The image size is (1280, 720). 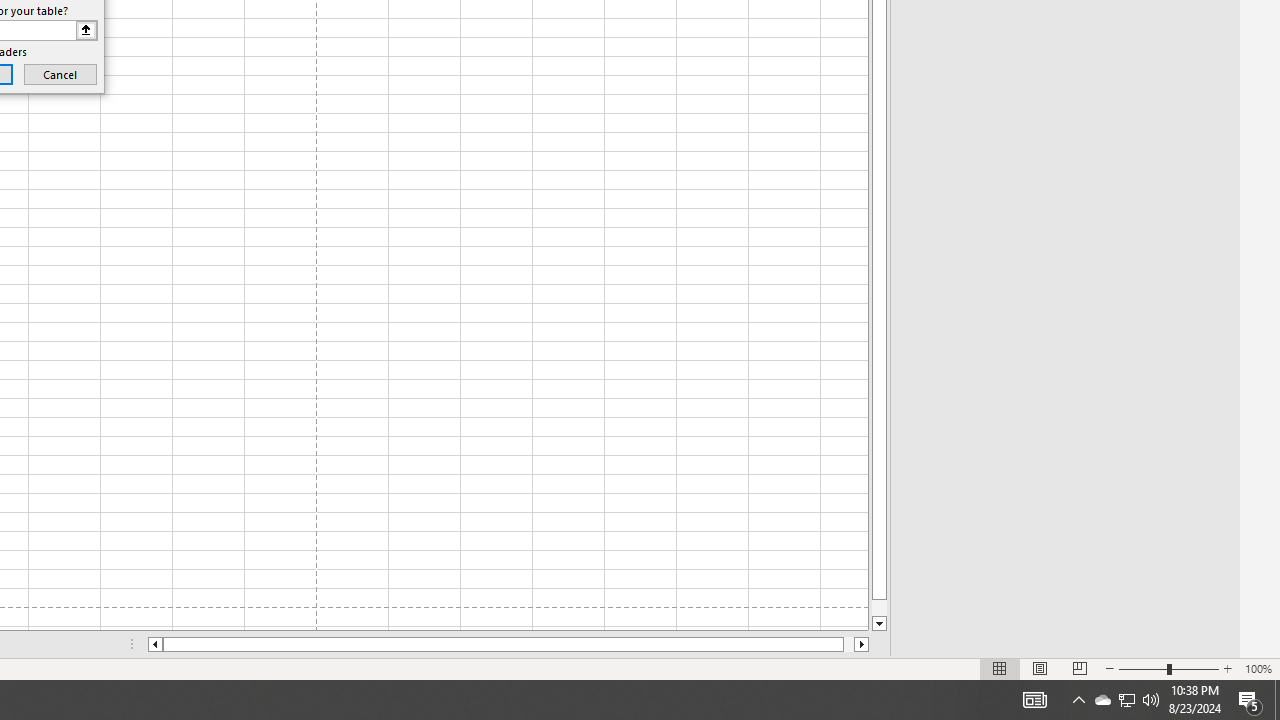 What do you see at coordinates (848, 644) in the screenshot?
I see `'Page right'` at bounding box center [848, 644].